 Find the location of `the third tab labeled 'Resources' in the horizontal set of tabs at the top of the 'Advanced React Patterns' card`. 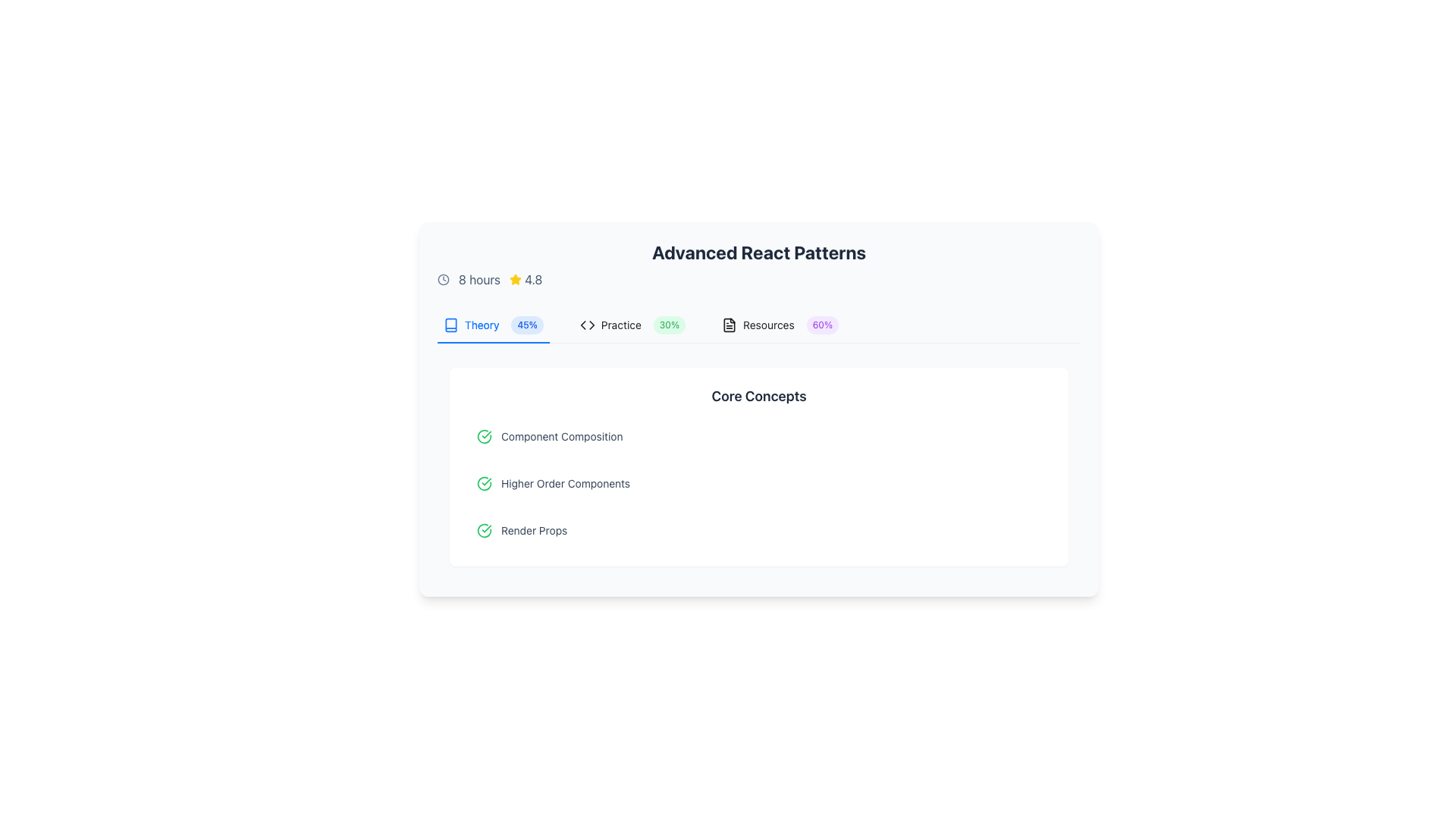

the third tab labeled 'Resources' in the horizontal set of tabs at the top of the 'Advanced React Patterns' card is located at coordinates (780, 324).